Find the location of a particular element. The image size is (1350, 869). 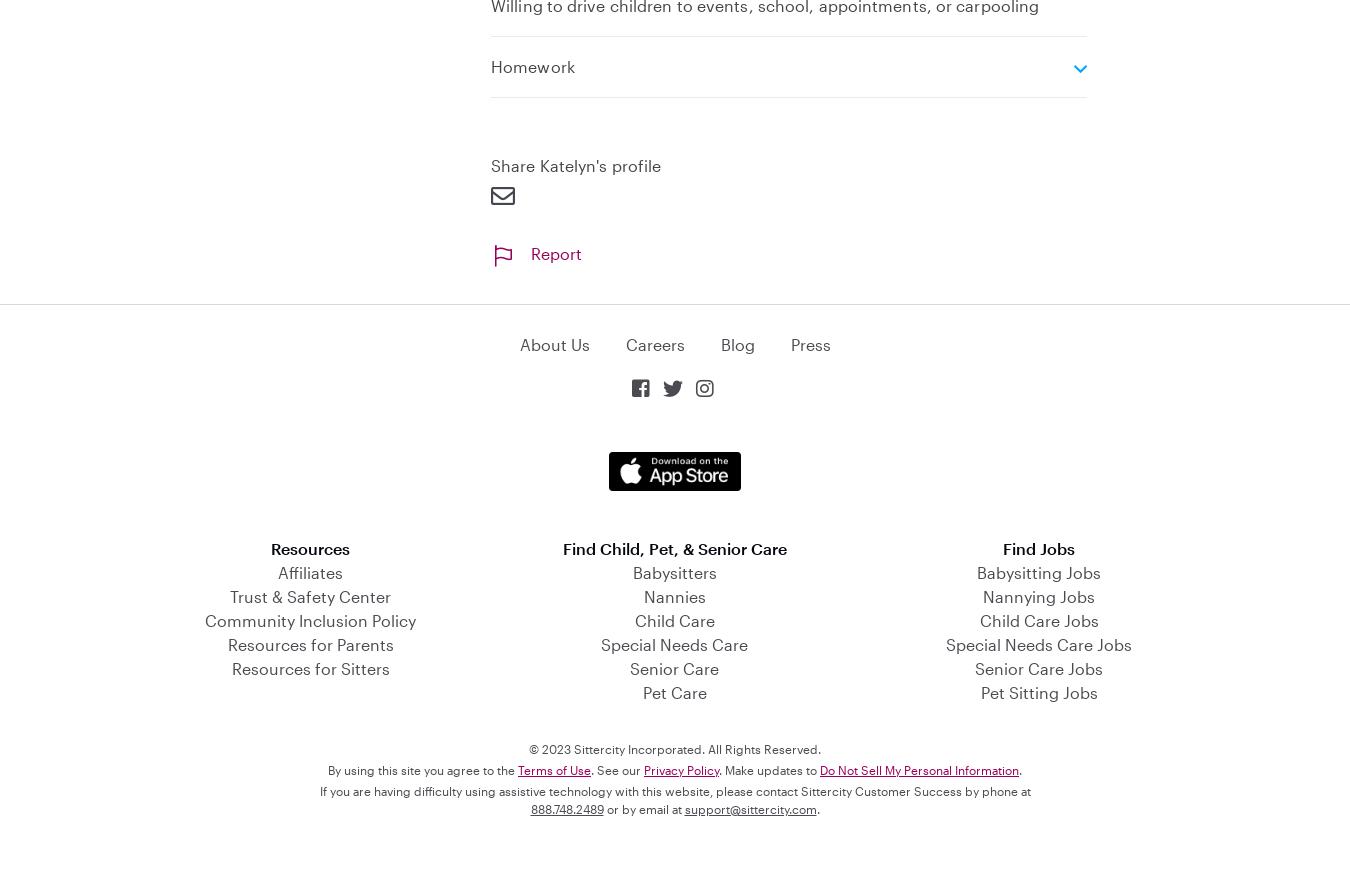

'Share Katelyn's profile' is located at coordinates (576, 163).